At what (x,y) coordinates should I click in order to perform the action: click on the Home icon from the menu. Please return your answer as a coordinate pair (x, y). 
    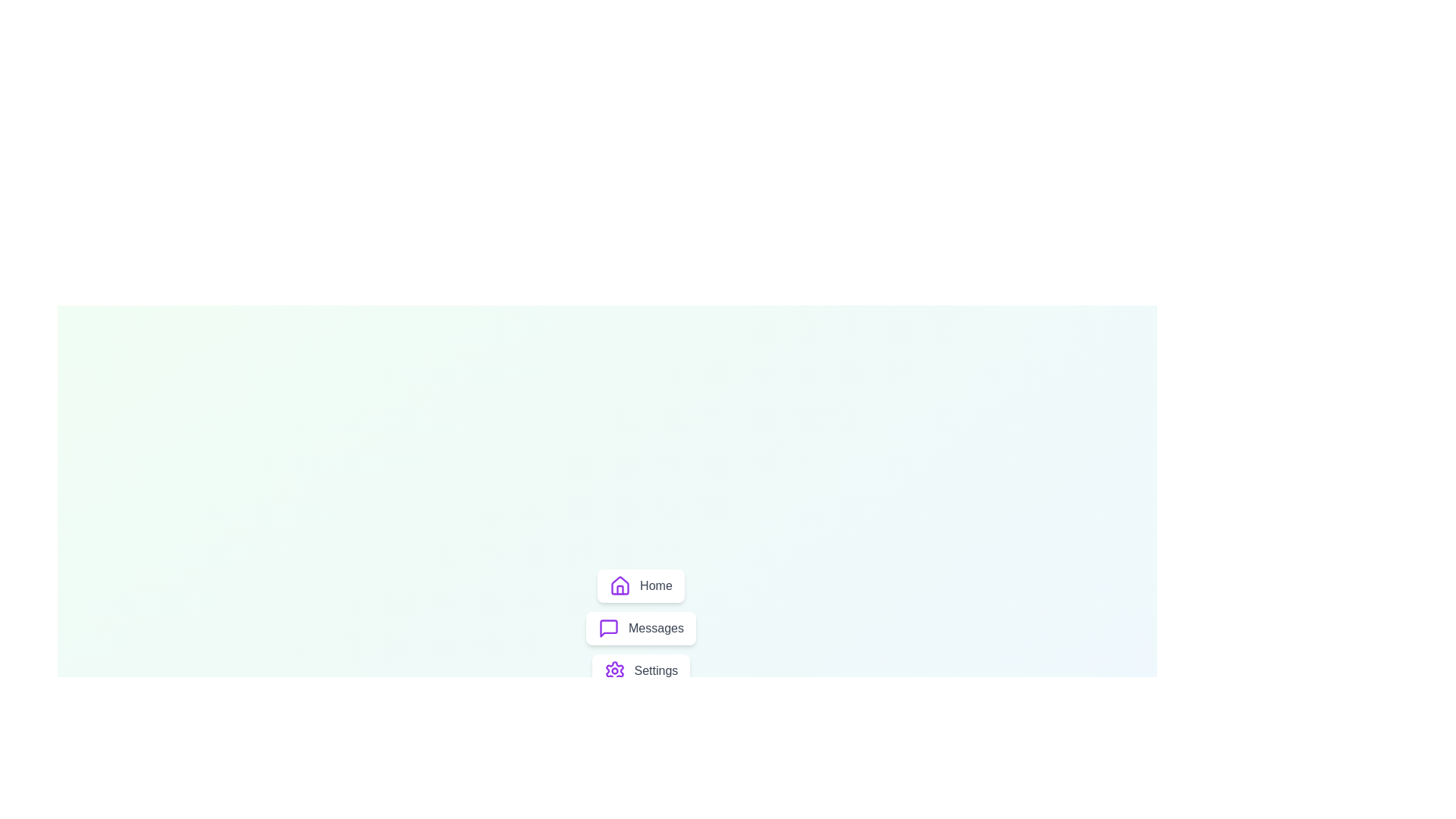
    Looking at the image, I should click on (620, 585).